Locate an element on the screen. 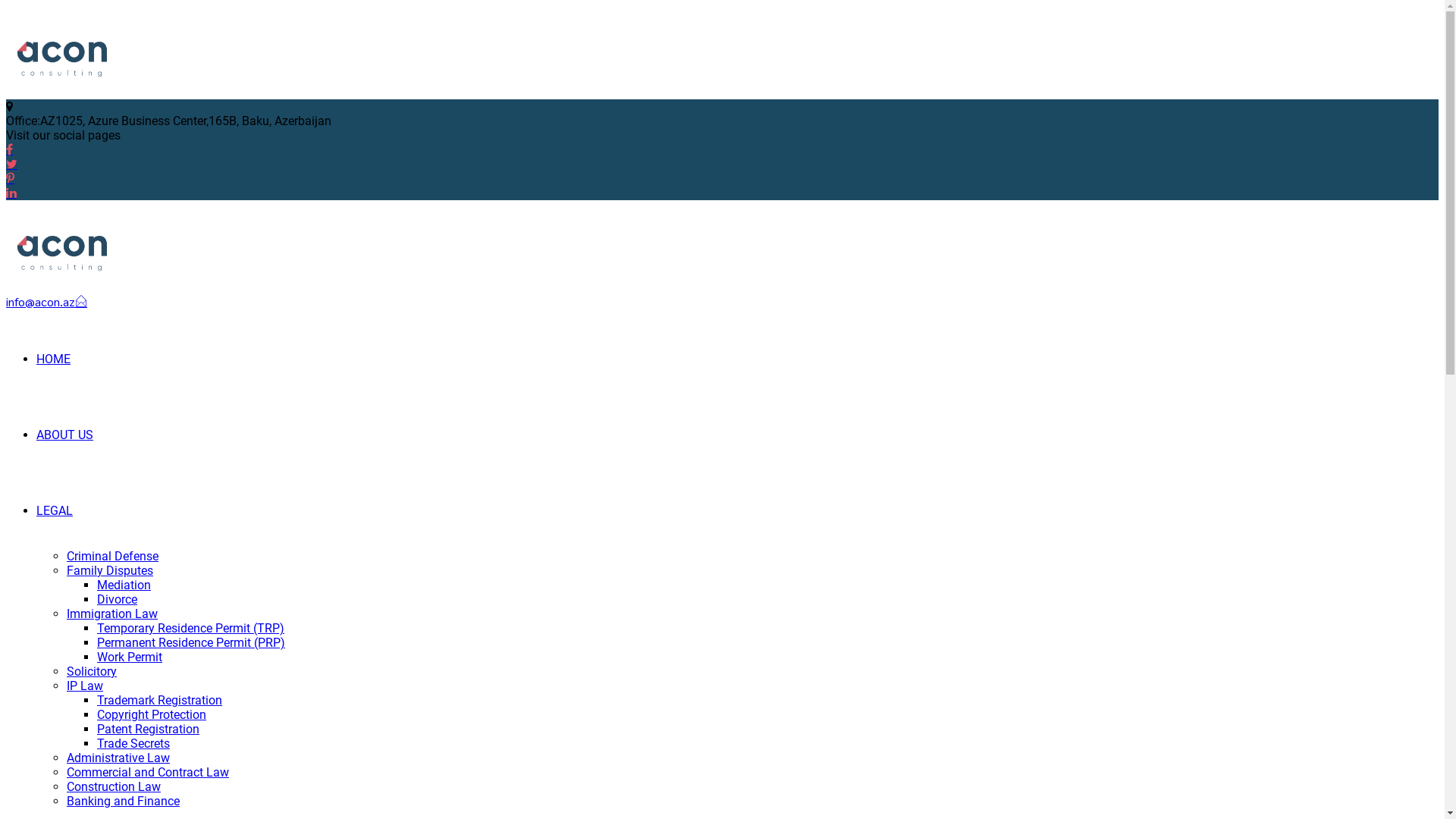 The width and height of the screenshot is (1456, 819). 'Immigration Law' is located at coordinates (111, 613).